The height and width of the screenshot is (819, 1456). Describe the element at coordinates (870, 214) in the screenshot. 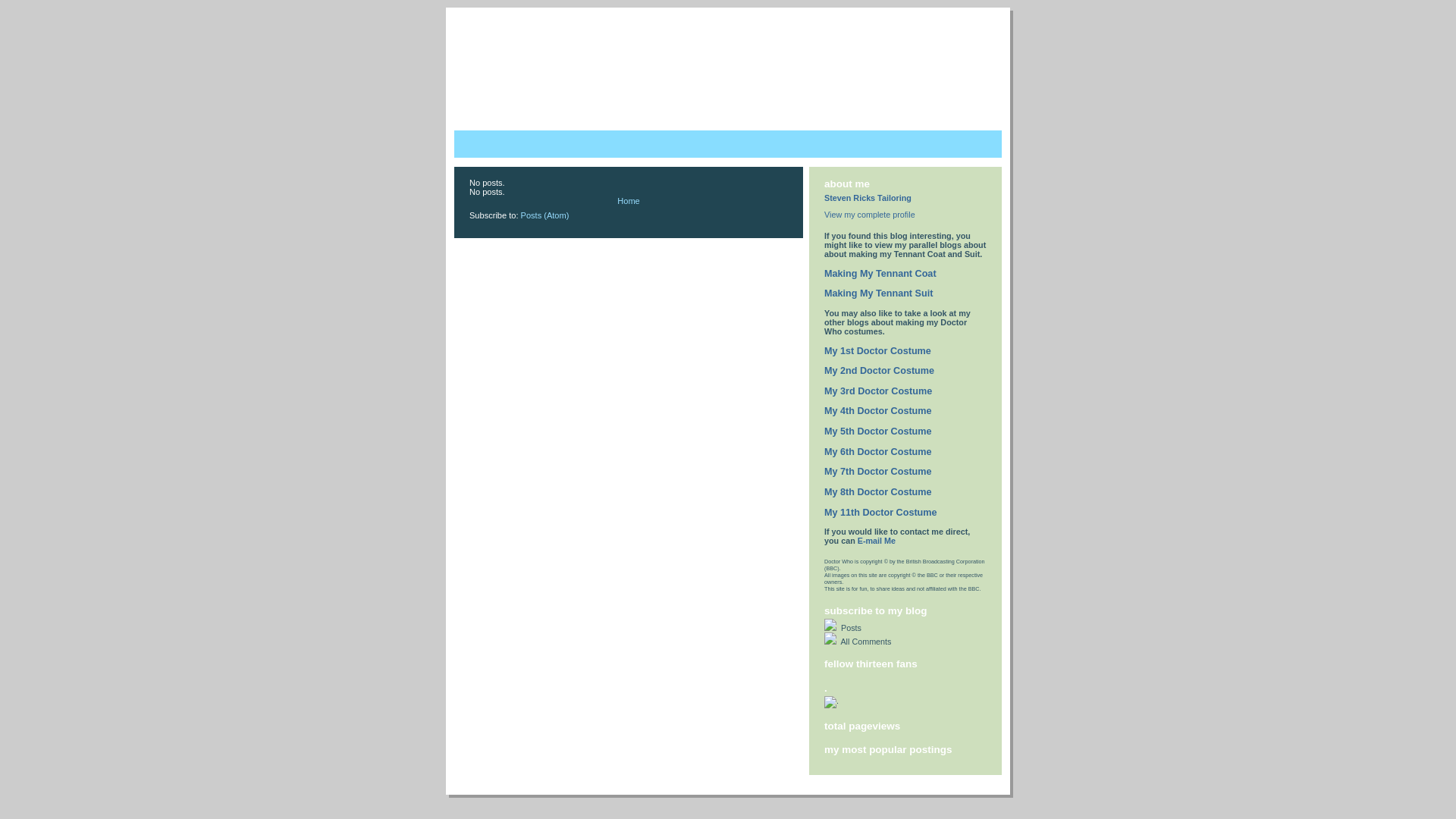

I see `'View my complete profile'` at that location.